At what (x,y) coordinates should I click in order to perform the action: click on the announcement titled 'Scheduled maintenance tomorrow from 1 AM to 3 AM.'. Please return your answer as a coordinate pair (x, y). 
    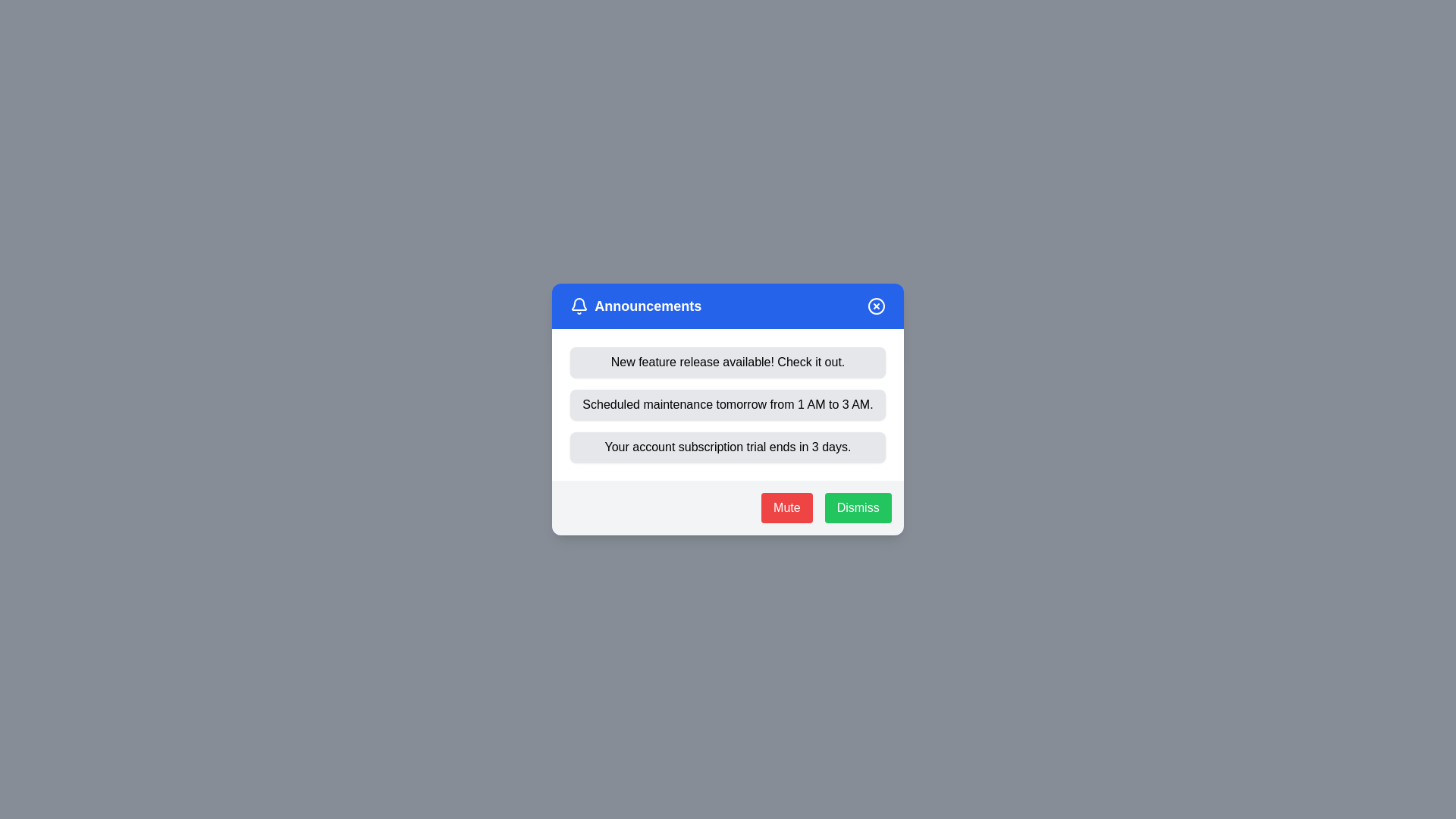
    Looking at the image, I should click on (728, 403).